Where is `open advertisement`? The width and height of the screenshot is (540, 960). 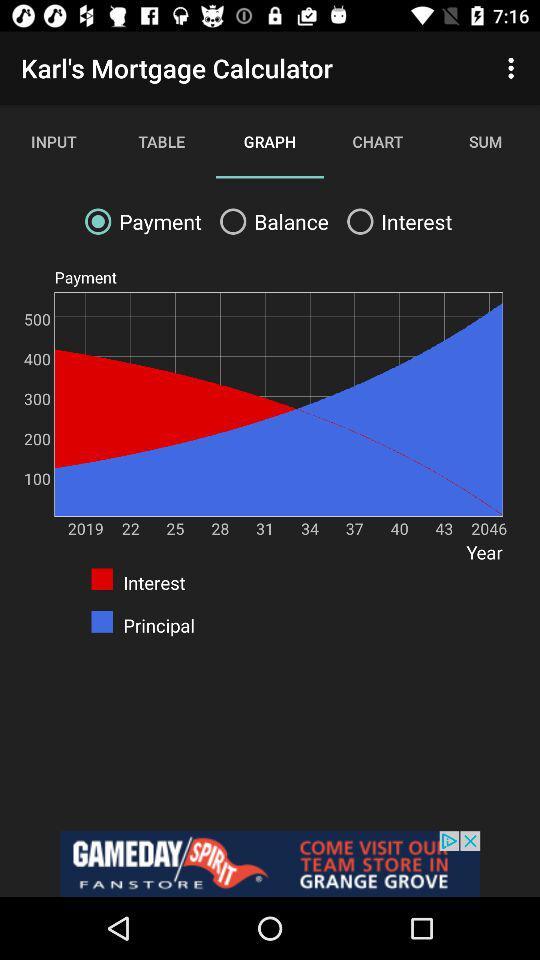 open advertisement is located at coordinates (270, 863).